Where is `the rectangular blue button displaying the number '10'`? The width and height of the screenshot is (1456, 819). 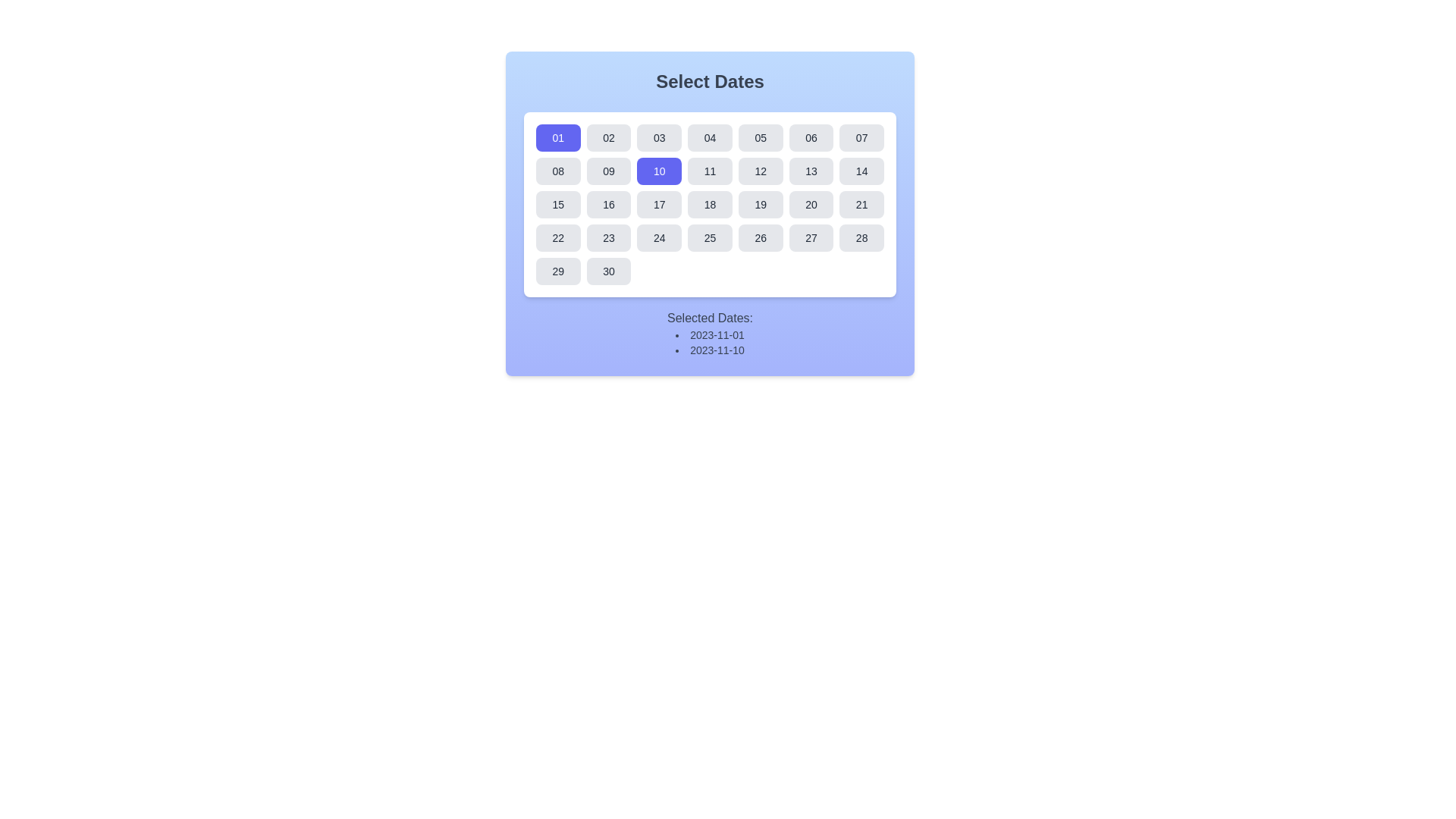
the rectangular blue button displaying the number '10' is located at coordinates (659, 171).